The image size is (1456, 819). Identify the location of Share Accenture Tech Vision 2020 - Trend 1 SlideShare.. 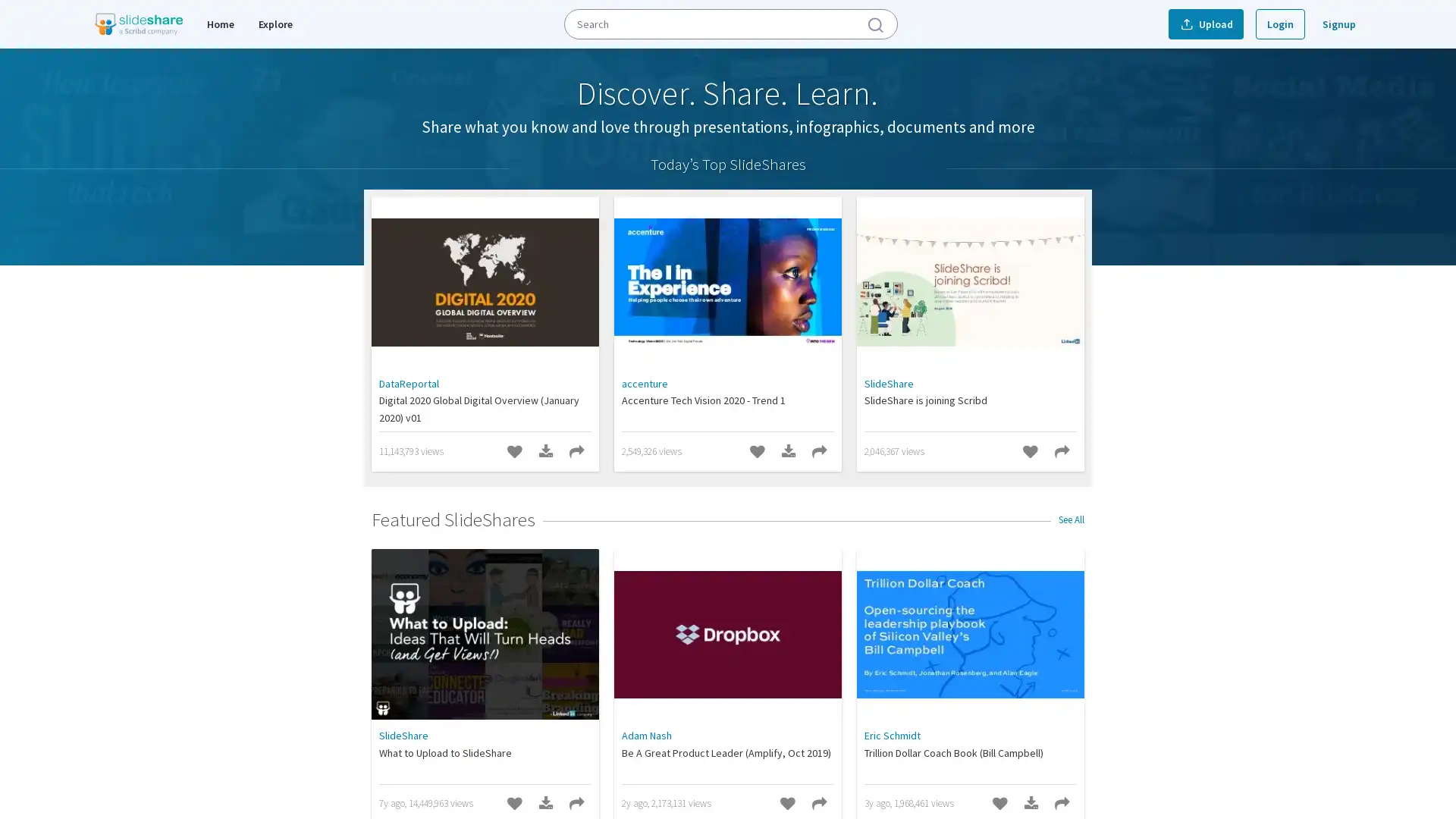
(818, 450).